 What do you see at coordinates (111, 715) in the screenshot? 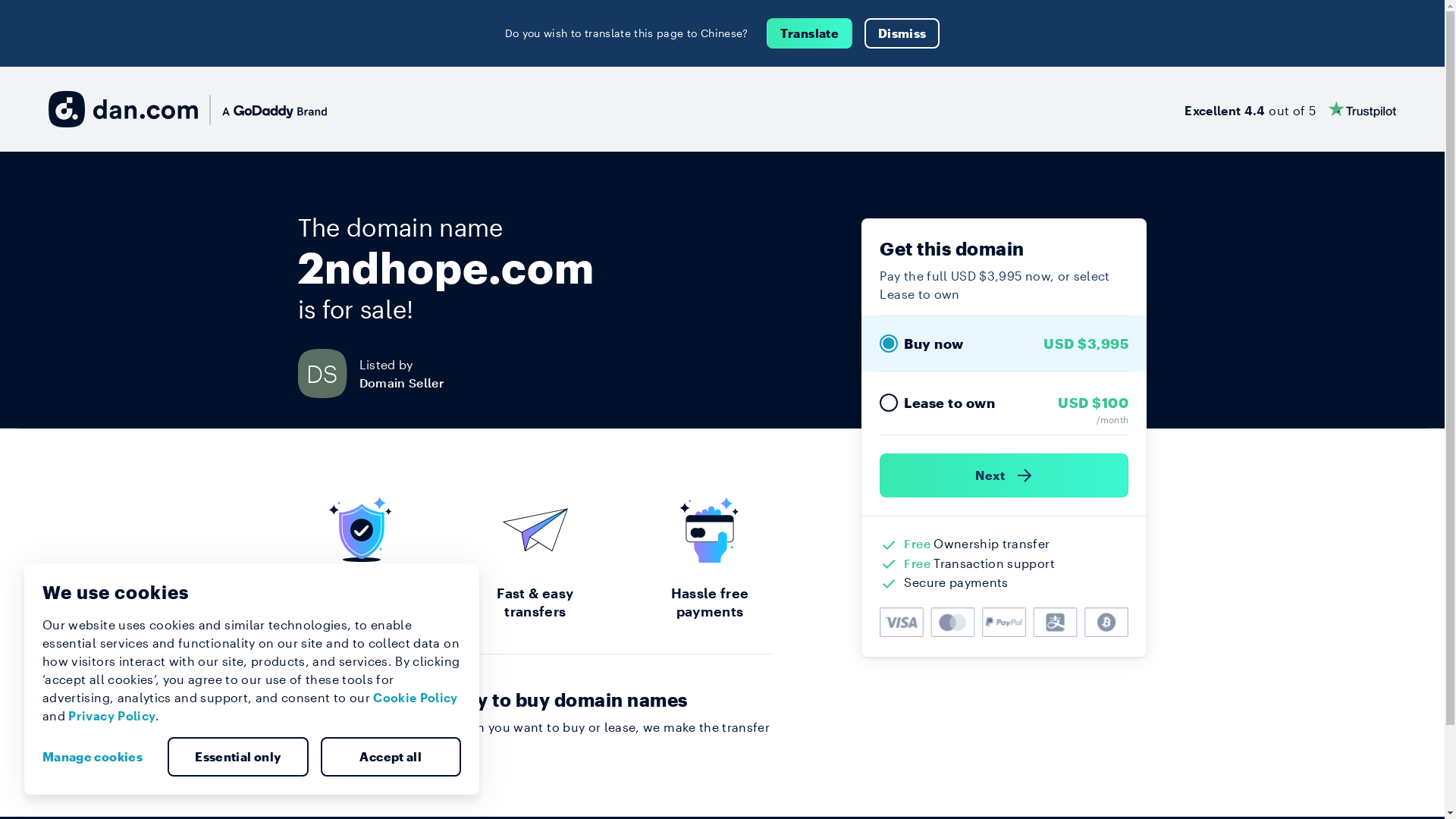
I see `'Privacy Policy'` at bounding box center [111, 715].